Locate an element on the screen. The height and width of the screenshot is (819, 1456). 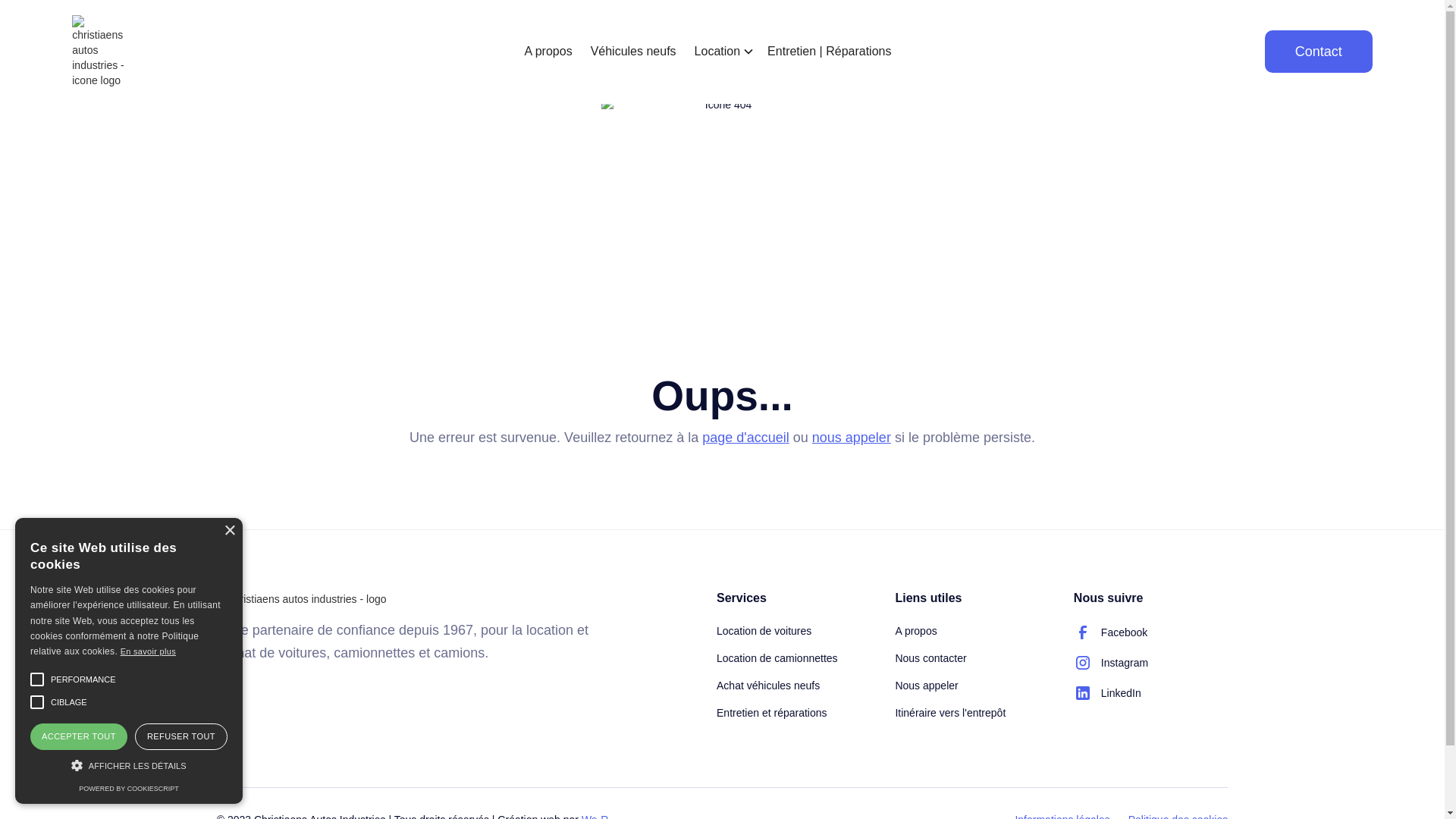
'LinkedIn' is located at coordinates (1107, 693).